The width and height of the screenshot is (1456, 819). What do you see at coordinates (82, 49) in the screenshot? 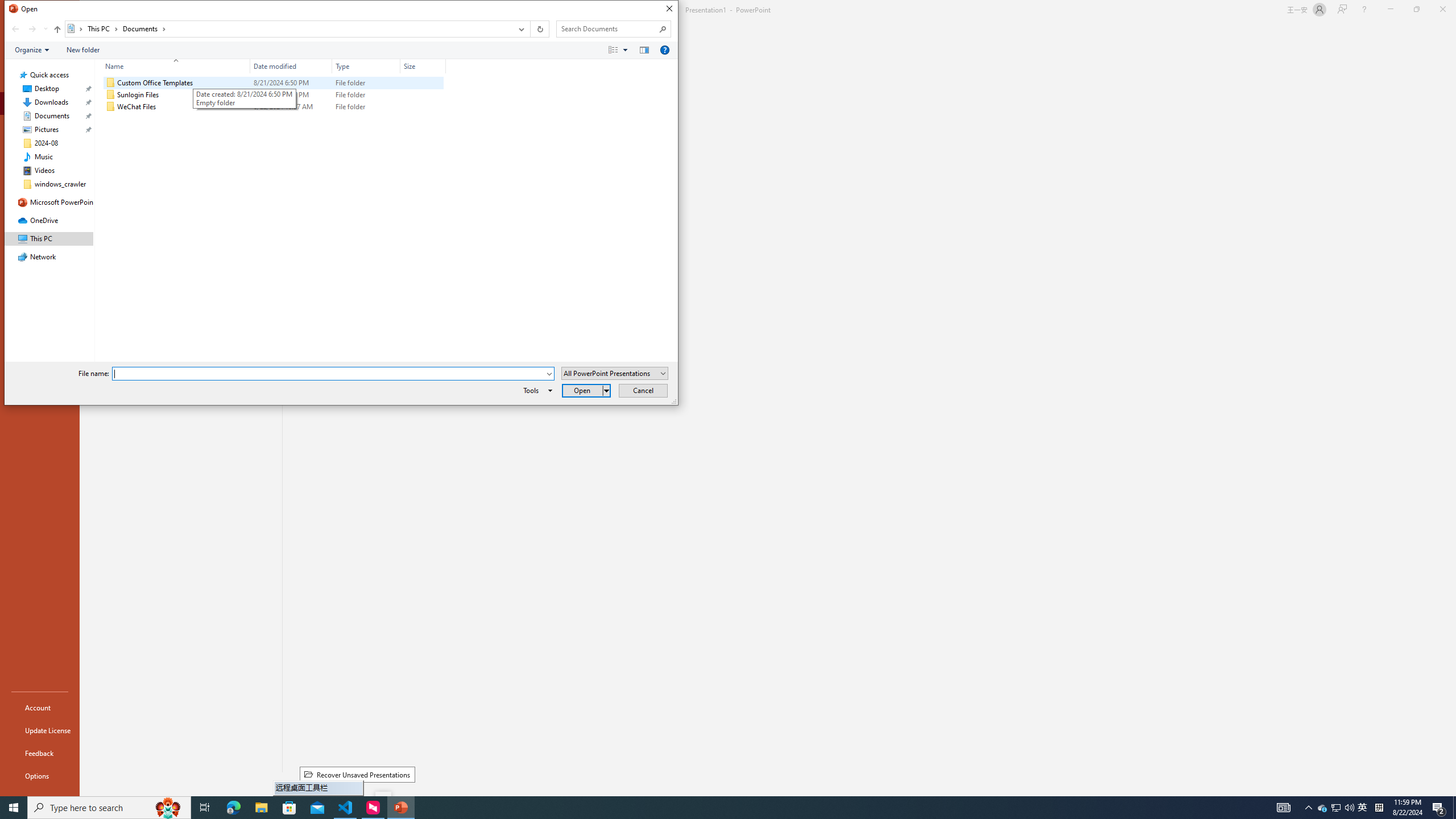
I see `'New folder'` at bounding box center [82, 49].